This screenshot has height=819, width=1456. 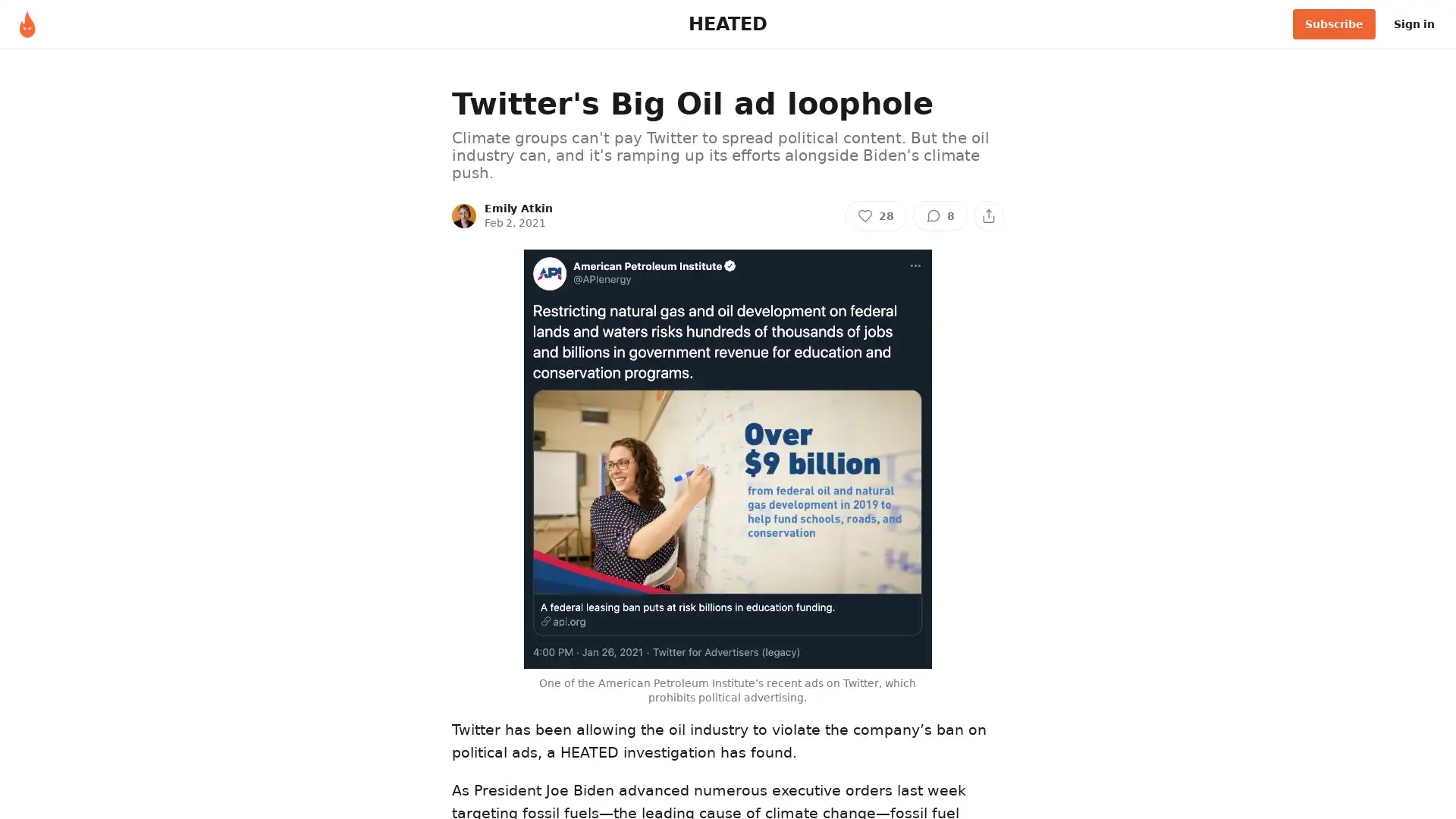 I want to click on Subscribe, so click(x=1333, y=24).